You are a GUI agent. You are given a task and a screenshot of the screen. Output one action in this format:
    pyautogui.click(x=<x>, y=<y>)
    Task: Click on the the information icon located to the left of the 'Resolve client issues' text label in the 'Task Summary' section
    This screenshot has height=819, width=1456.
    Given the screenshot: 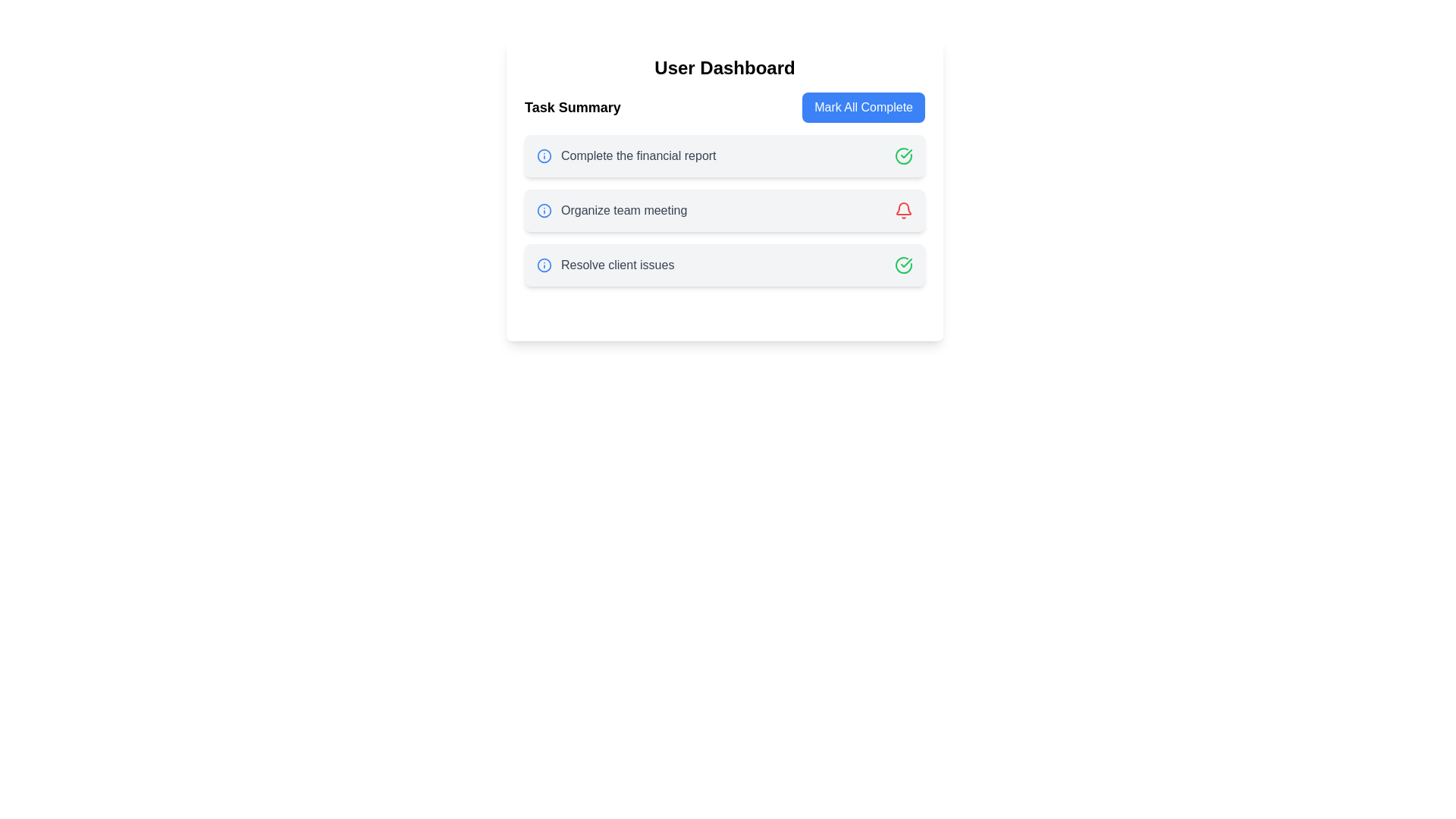 What is the action you would take?
    pyautogui.click(x=544, y=265)
    